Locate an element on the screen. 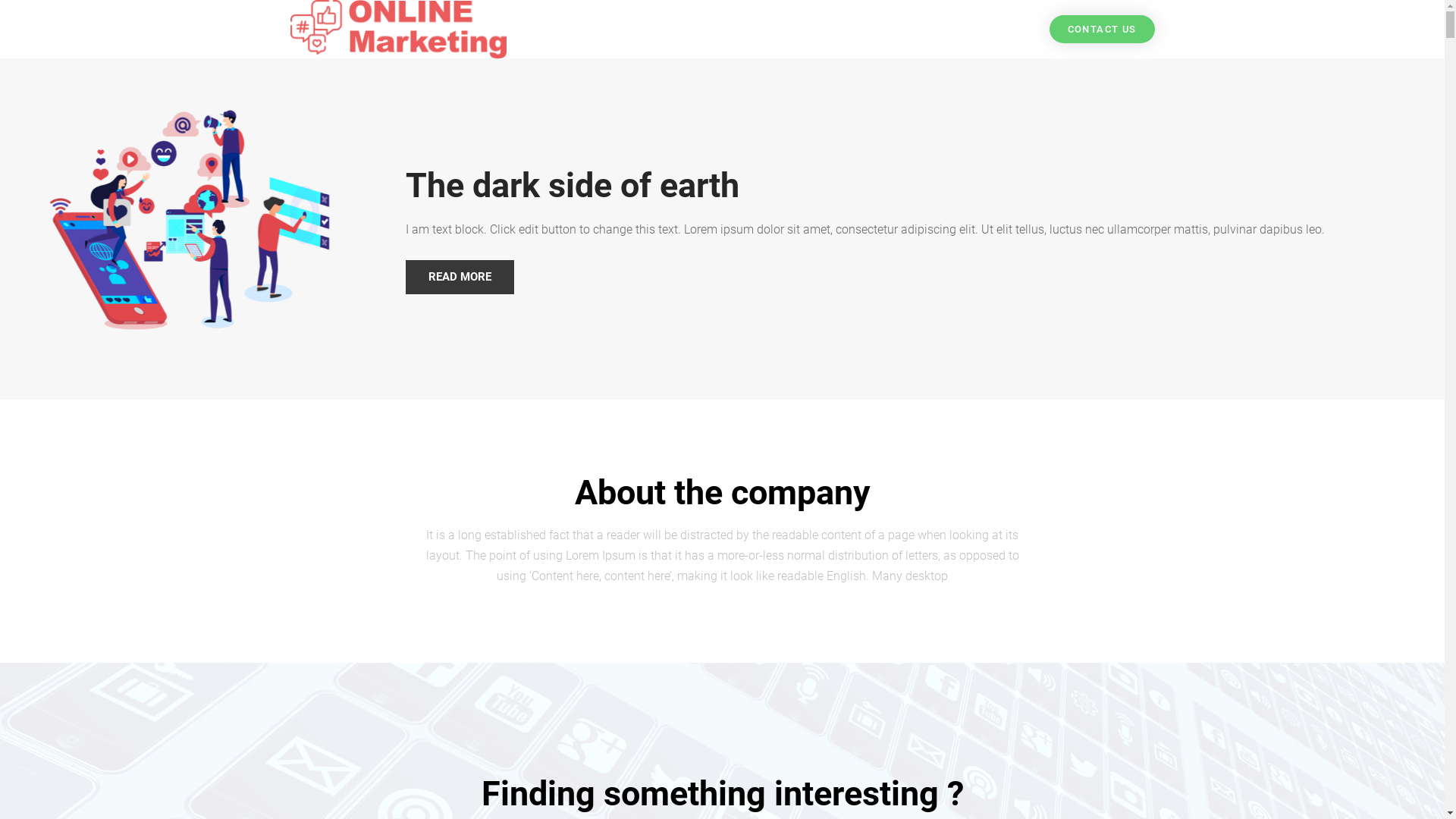 This screenshot has width=1456, height=819. 'CONTACT US' is located at coordinates (1102, 29).